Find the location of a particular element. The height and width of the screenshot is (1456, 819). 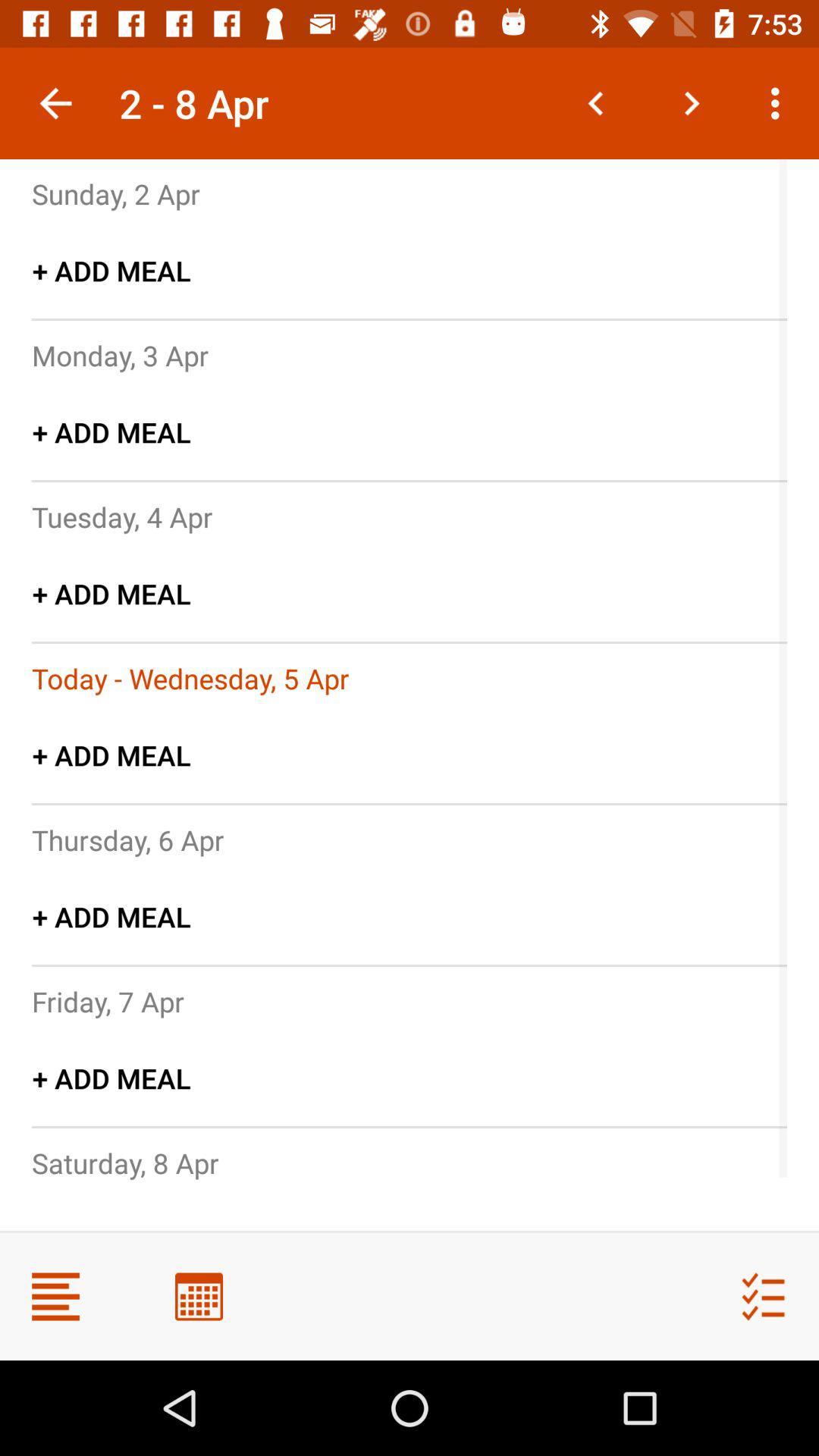

item above + add meal item is located at coordinates (127, 839).